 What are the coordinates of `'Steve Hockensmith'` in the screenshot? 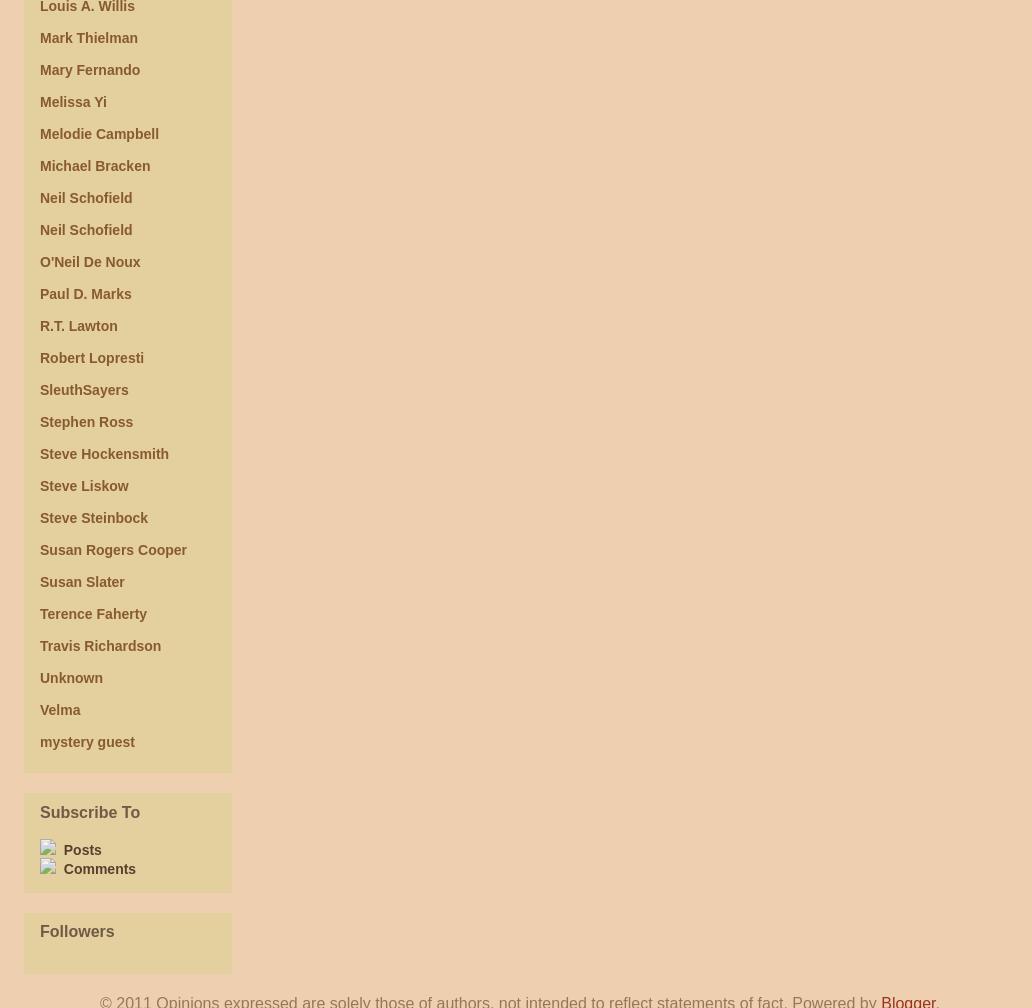 It's located at (40, 454).